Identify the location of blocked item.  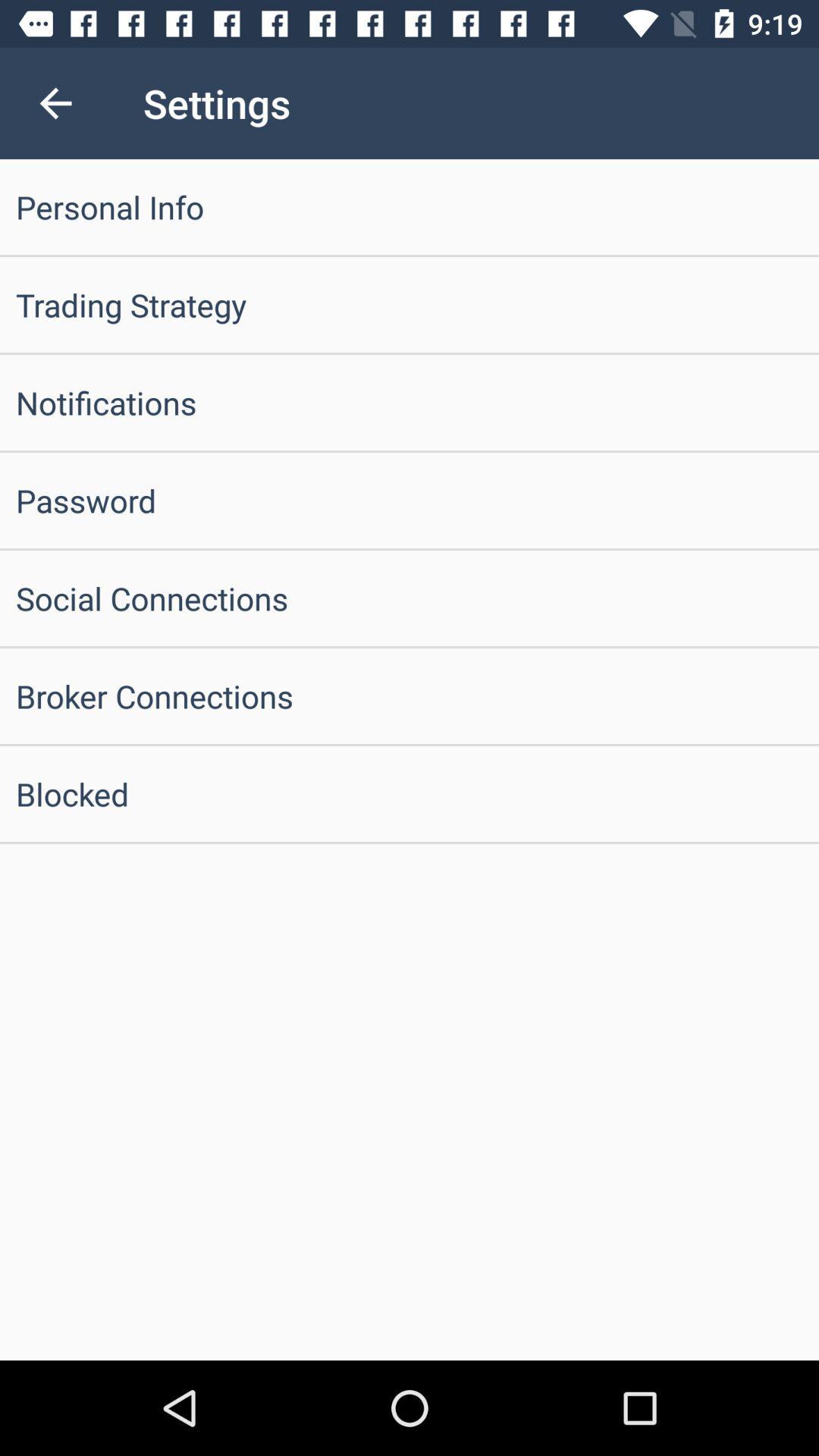
(409, 792).